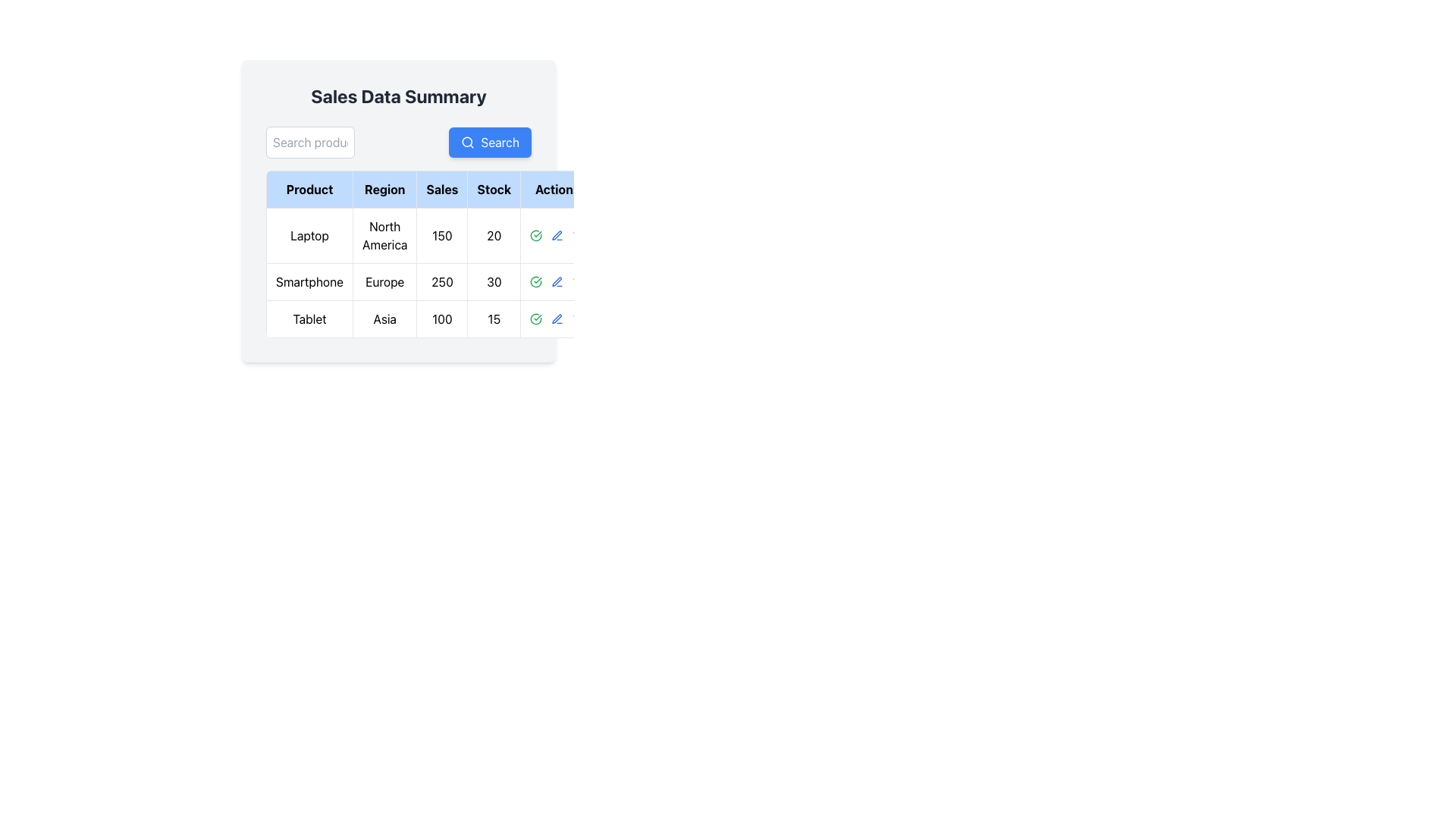  Describe the element at coordinates (384, 236) in the screenshot. I see `the 'Region' label in the product row for 'Laptop', which is read-only and displays the region associated with the product` at that location.